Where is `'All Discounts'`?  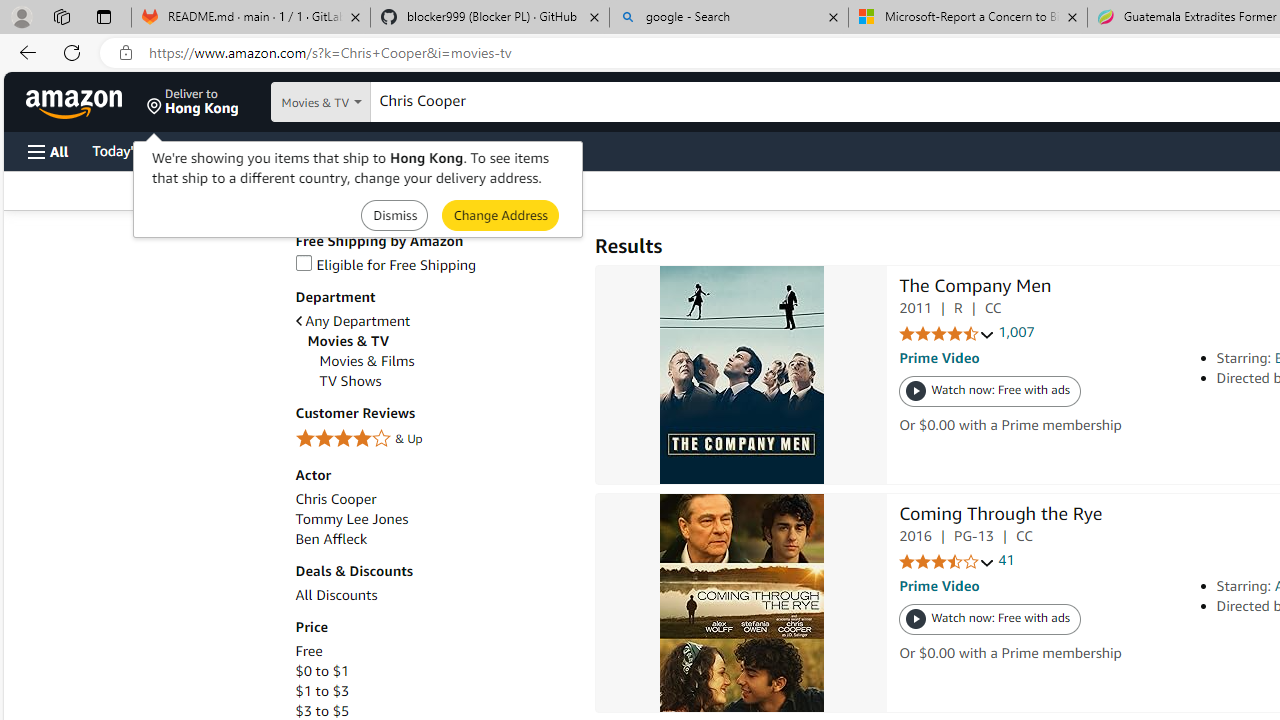 'All Discounts' is located at coordinates (433, 594).